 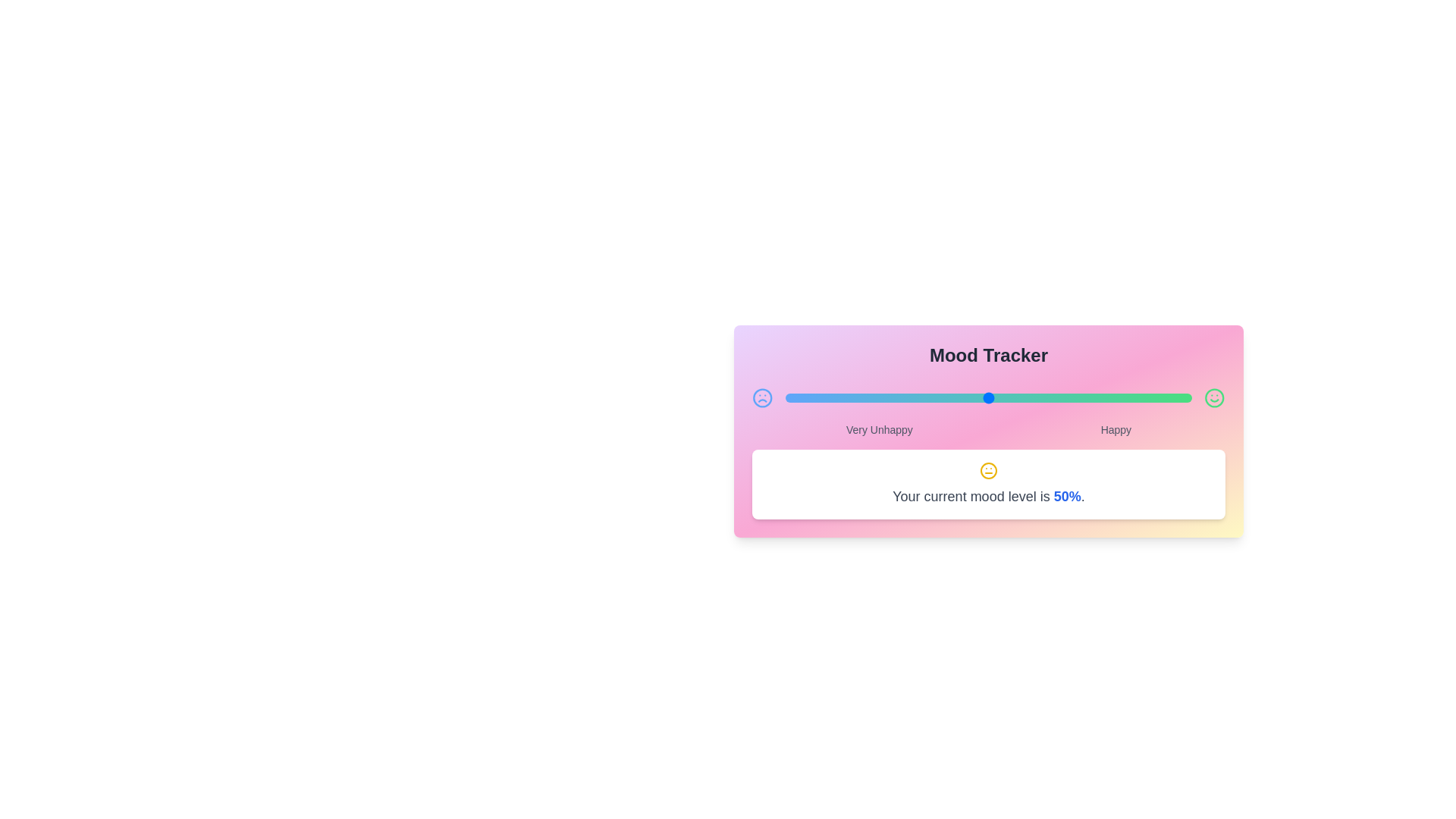 I want to click on the mood level to 3% using the slider, so click(x=796, y=397).